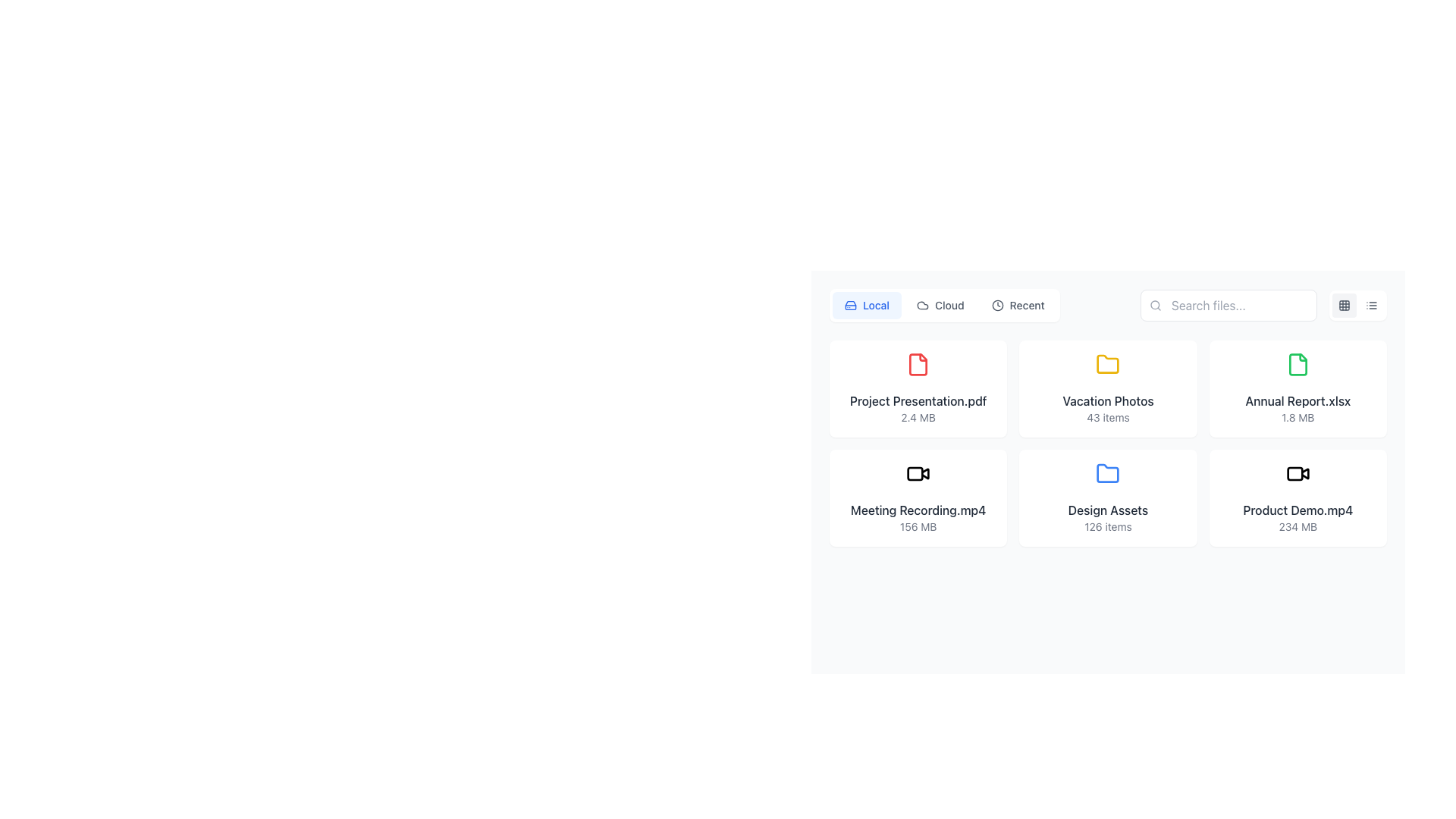 The image size is (1456, 819). Describe the element at coordinates (1108, 400) in the screenshot. I see `the 'Vacation Photos' text label, which is centrally positioned` at that location.